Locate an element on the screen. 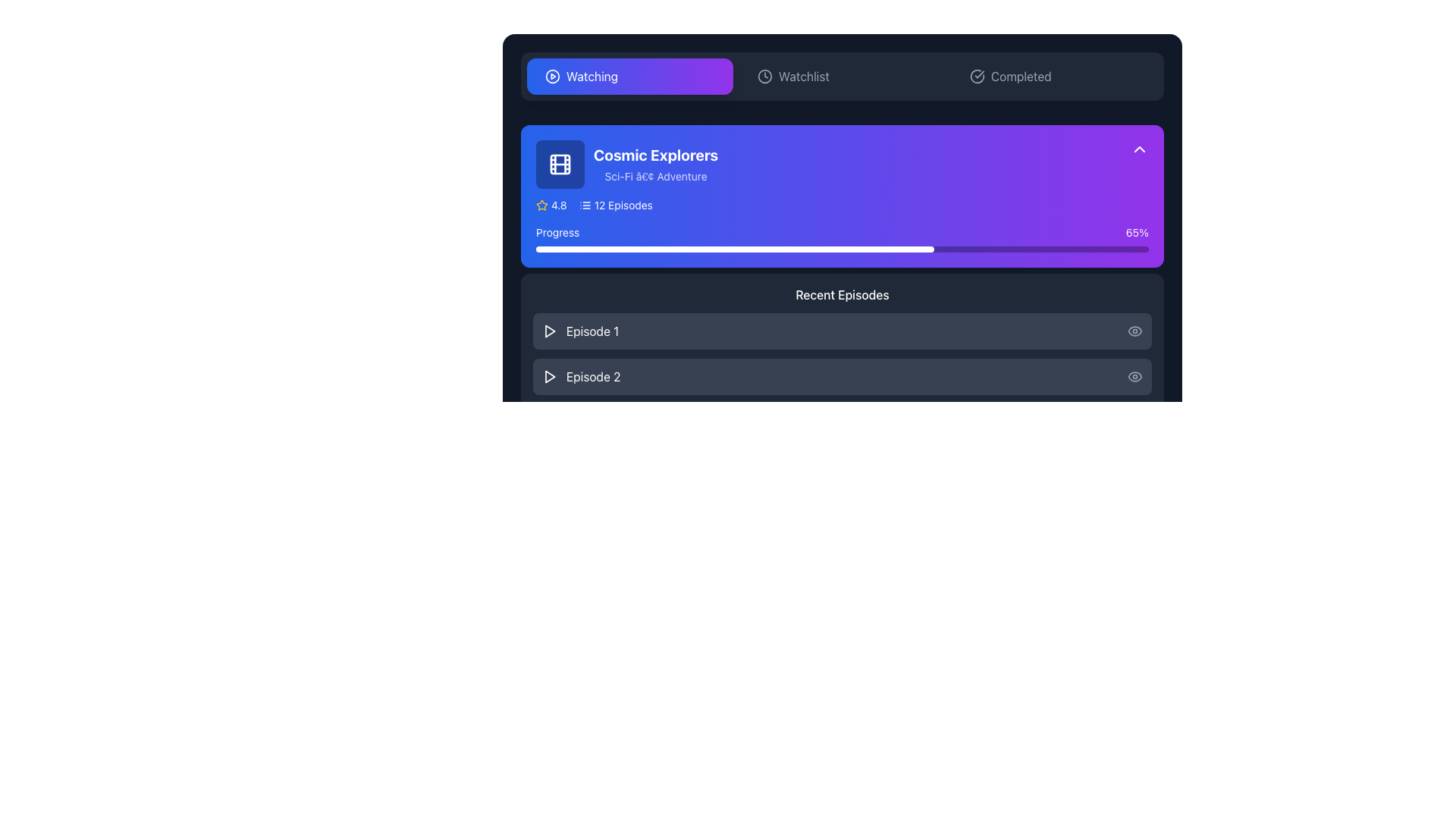 The height and width of the screenshot is (819, 1456). the average rating score text label located in the 'Cosmic Explorers' group within the blue card, positioned to the right of the yellow star icon is located at coordinates (558, 205).